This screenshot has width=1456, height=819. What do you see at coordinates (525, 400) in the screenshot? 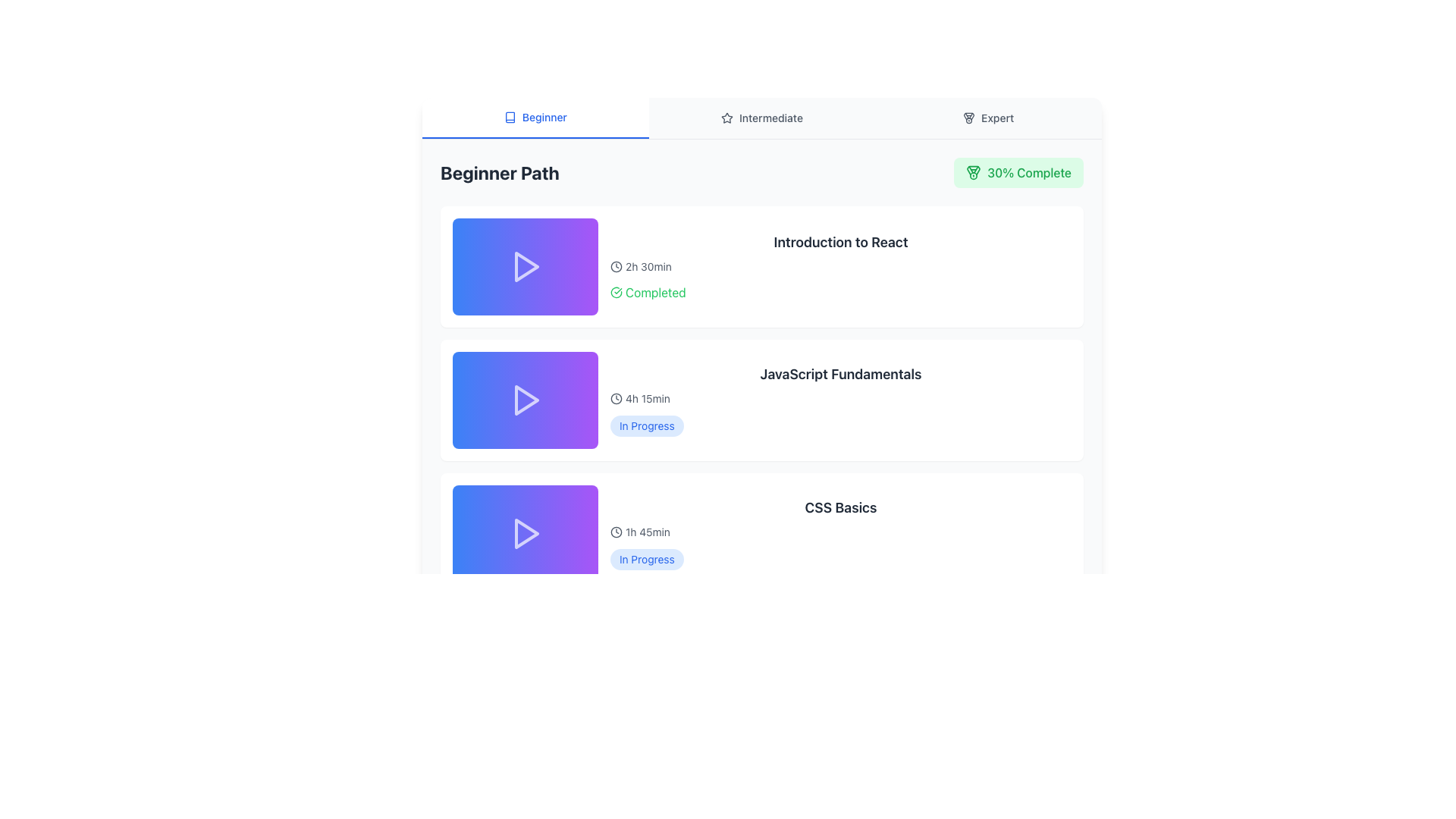
I see `the interactive thumbnail for the 'JavaScript Fundamentals' module located next to the text content to possibly display additional options or feedback` at bounding box center [525, 400].